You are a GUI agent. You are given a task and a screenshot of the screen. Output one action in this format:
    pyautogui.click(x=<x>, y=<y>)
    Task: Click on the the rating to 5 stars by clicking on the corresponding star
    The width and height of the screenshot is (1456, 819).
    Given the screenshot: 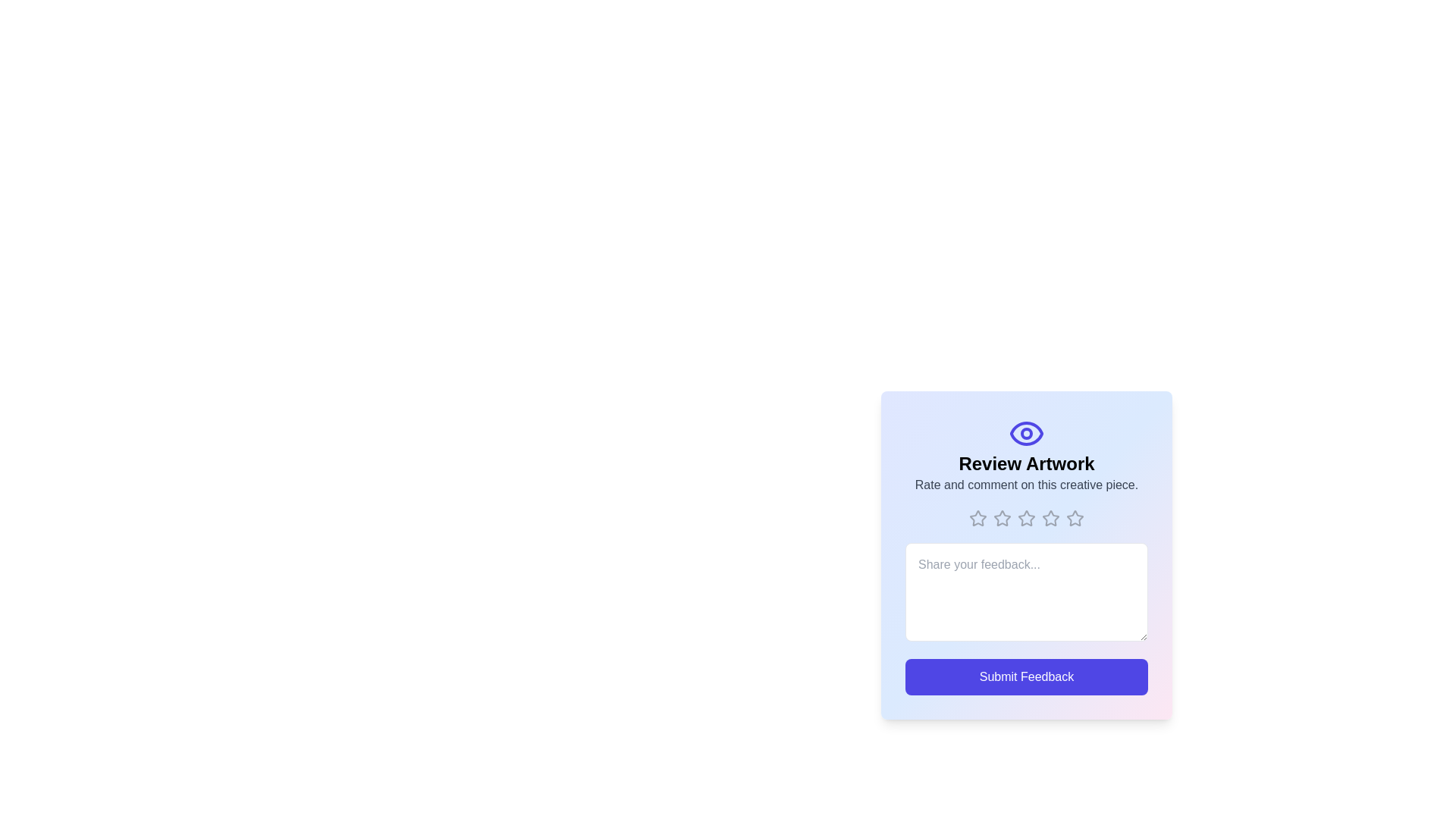 What is the action you would take?
    pyautogui.click(x=1074, y=517)
    